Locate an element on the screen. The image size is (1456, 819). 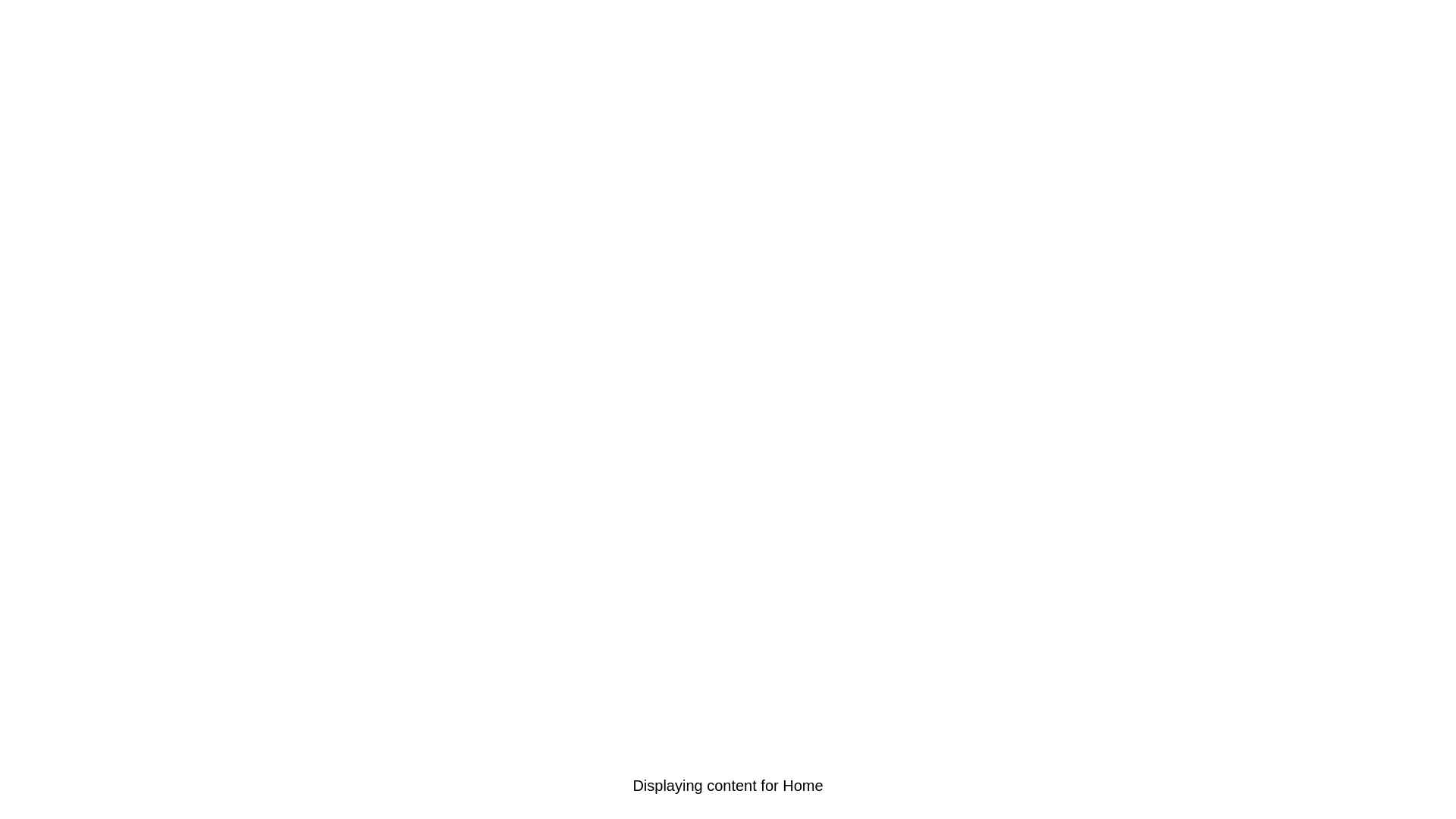
the Search tab to select it is located at coordinates (434, 785).